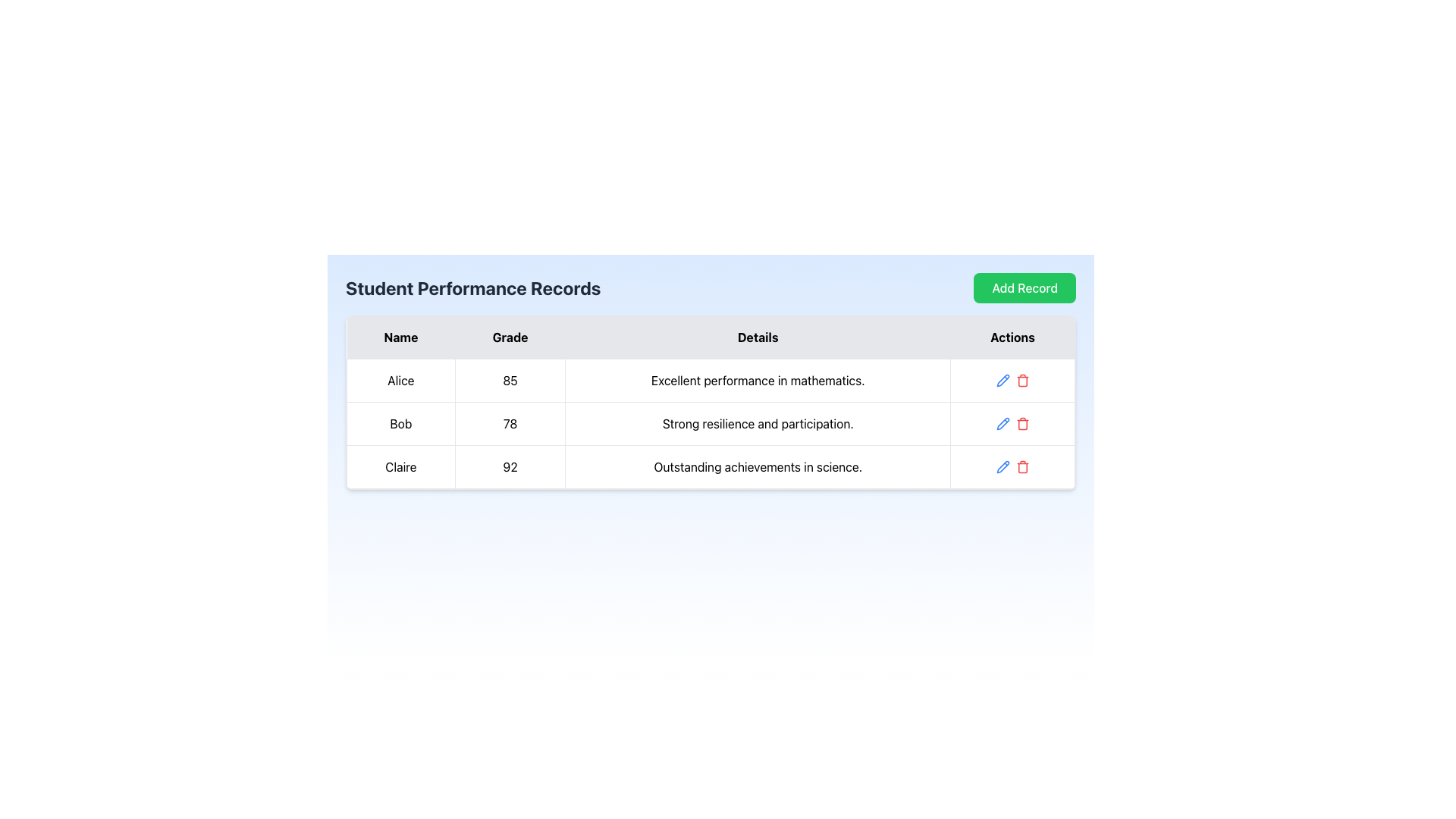  What do you see at coordinates (758, 337) in the screenshot?
I see `the Table Header labeled 'Details', which is the third column header in a table located between 'Grade' and 'Actions'` at bounding box center [758, 337].